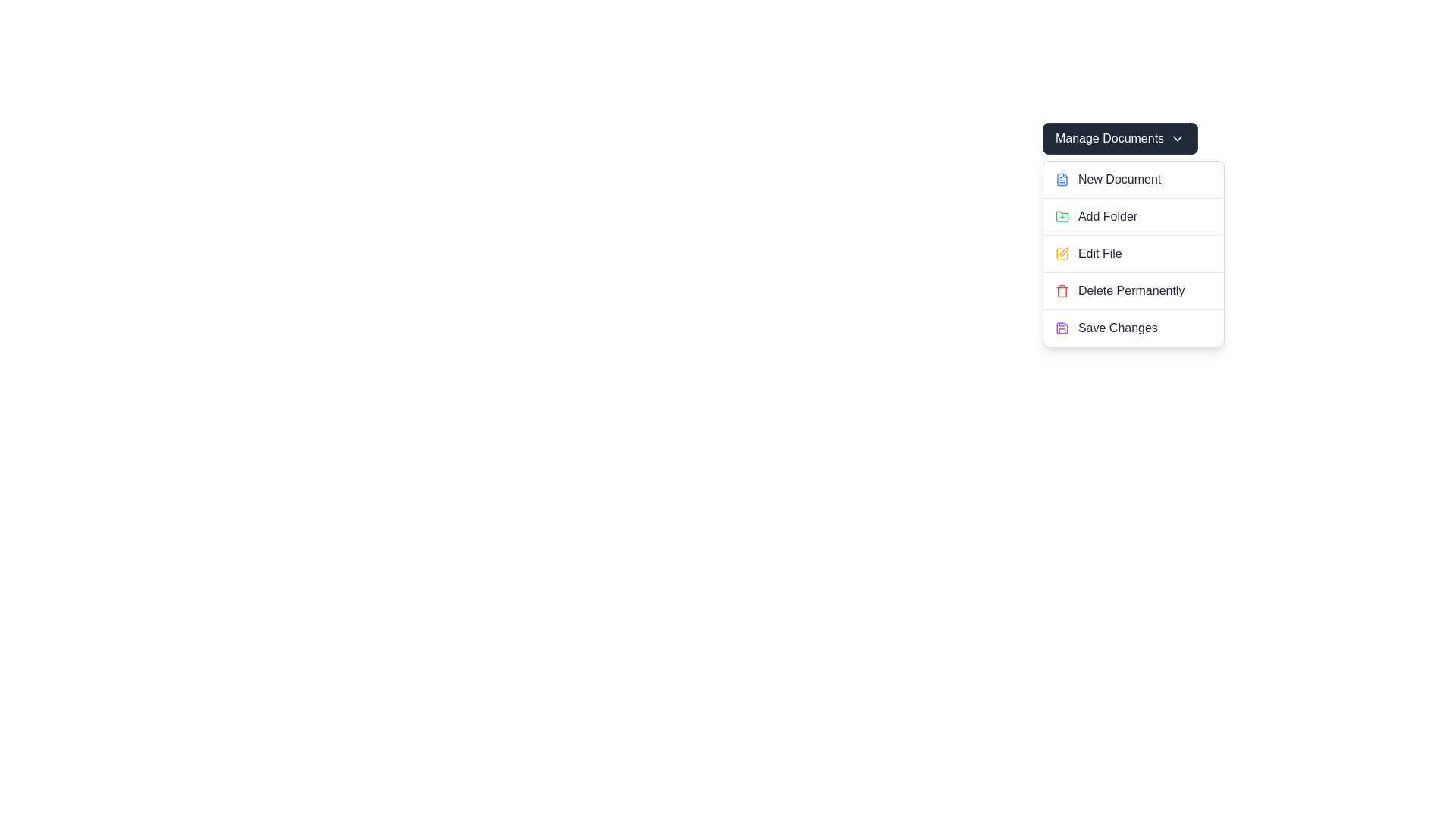  Describe the element at coordinates (1133, 253) in the screenshot. I see `the 'Edit File' option in the dropdown menu located below the 'Manage Documents' button, which is the third item in the menu` at that location.